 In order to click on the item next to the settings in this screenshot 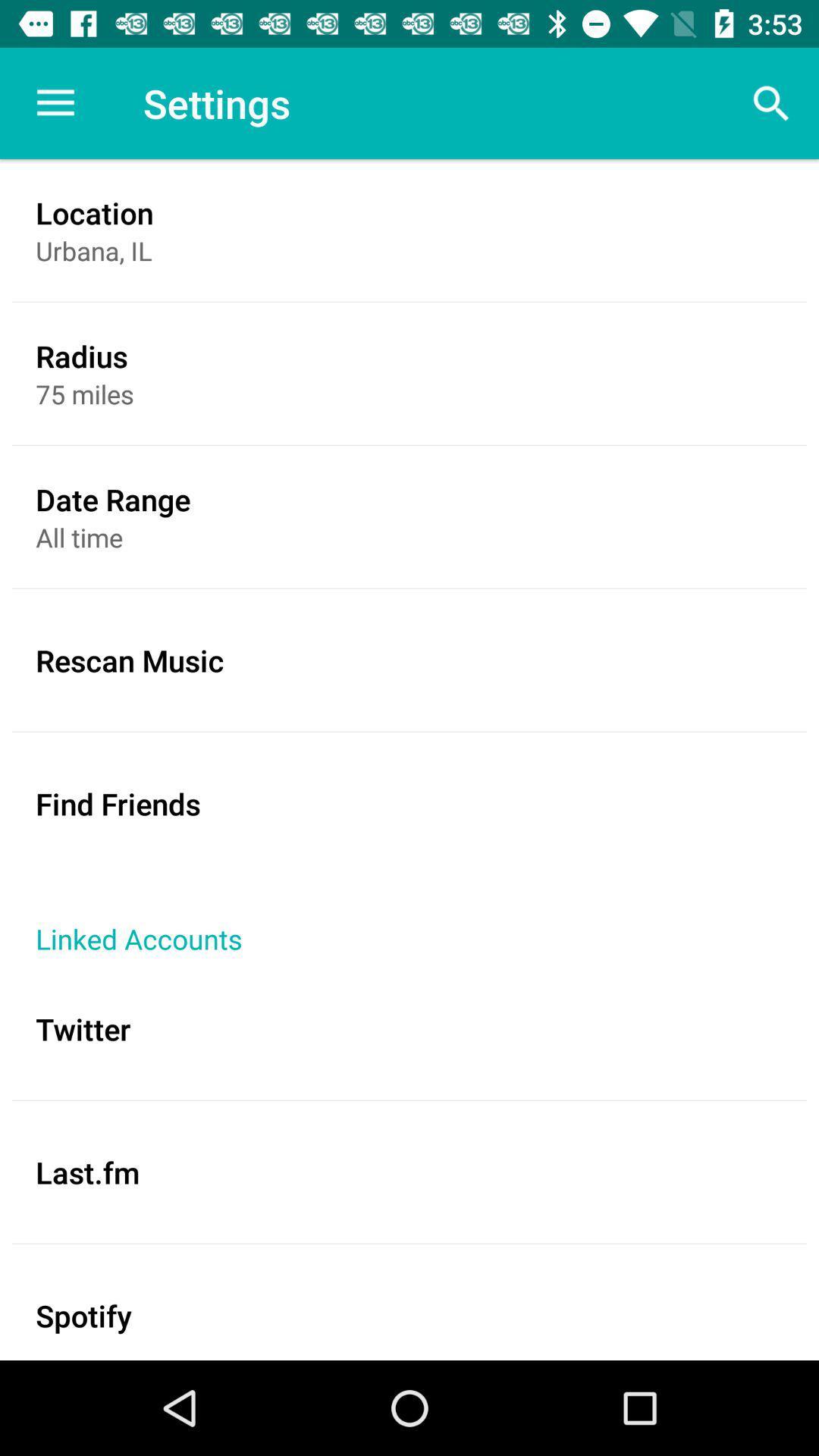, I will do `click(55, 102)`.